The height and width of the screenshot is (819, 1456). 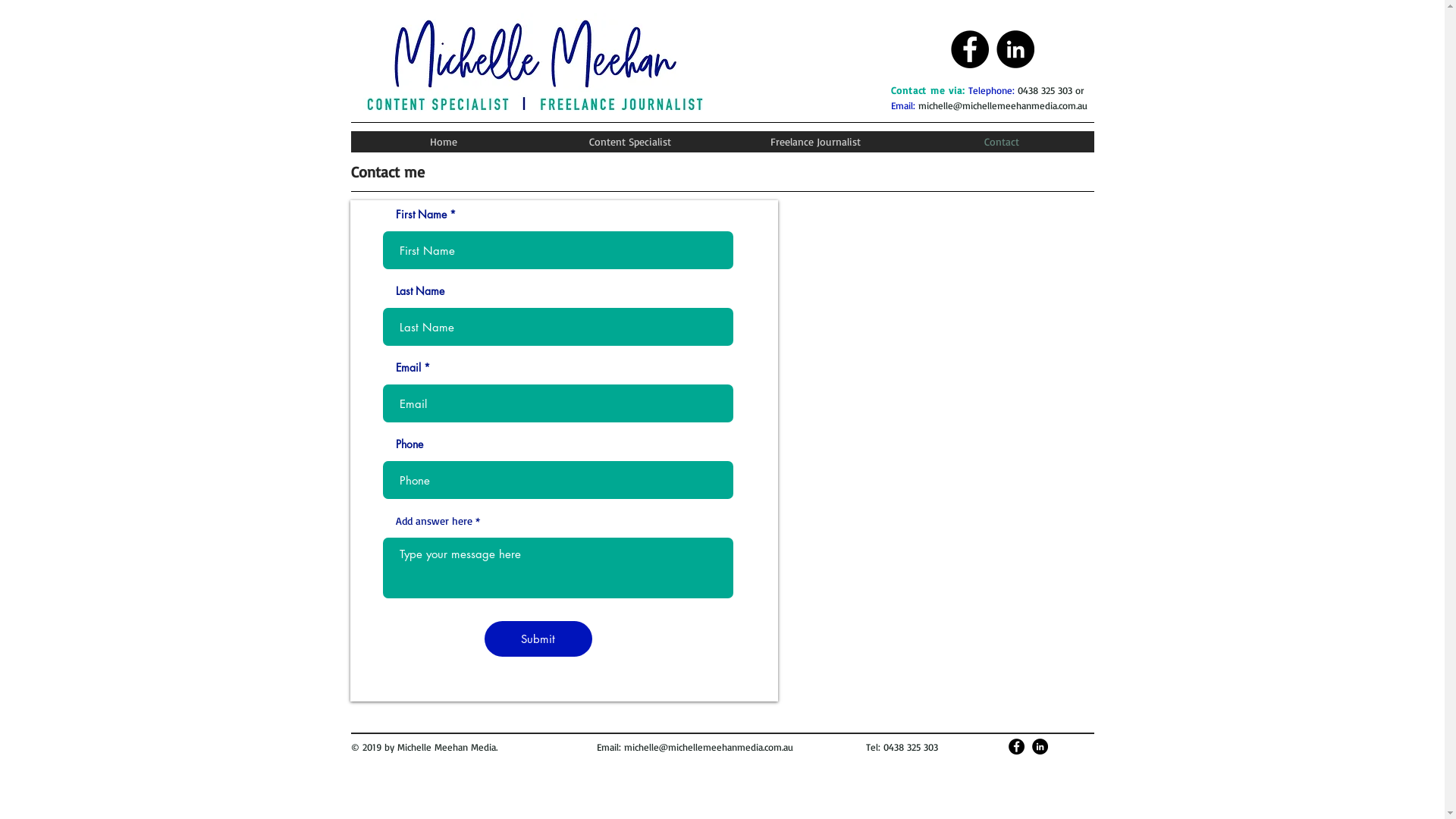 What do you see at coordinates (707, 745) in the screenshot?
I see `'michelle@michellemeehanmedia.com.au'` at bounding box center [707, 745].